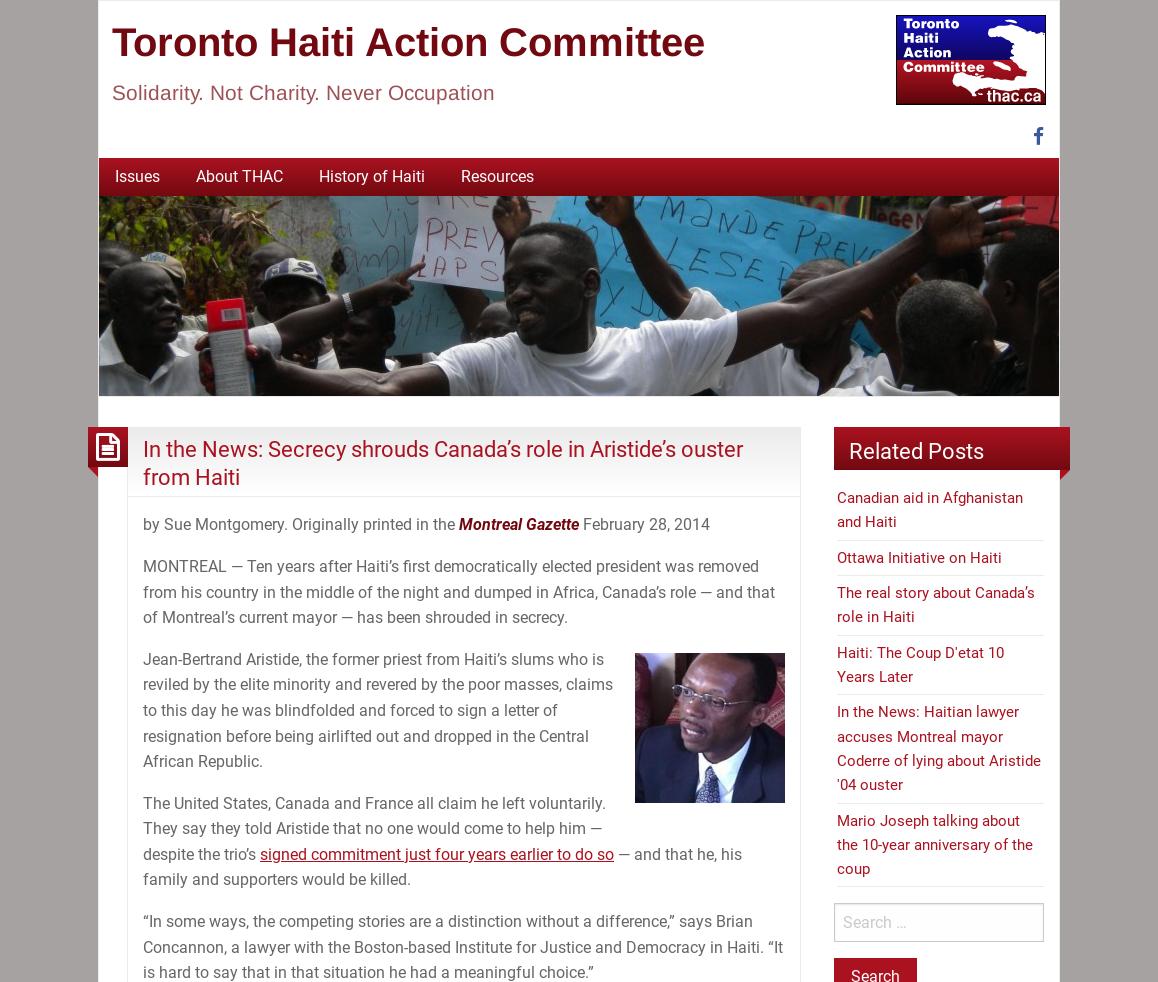 The height and width of the screenshot is (982, 1158). I want to click on 'Mario Joseph talking about the 10-year anniversary of the coup', so click(933, 844).